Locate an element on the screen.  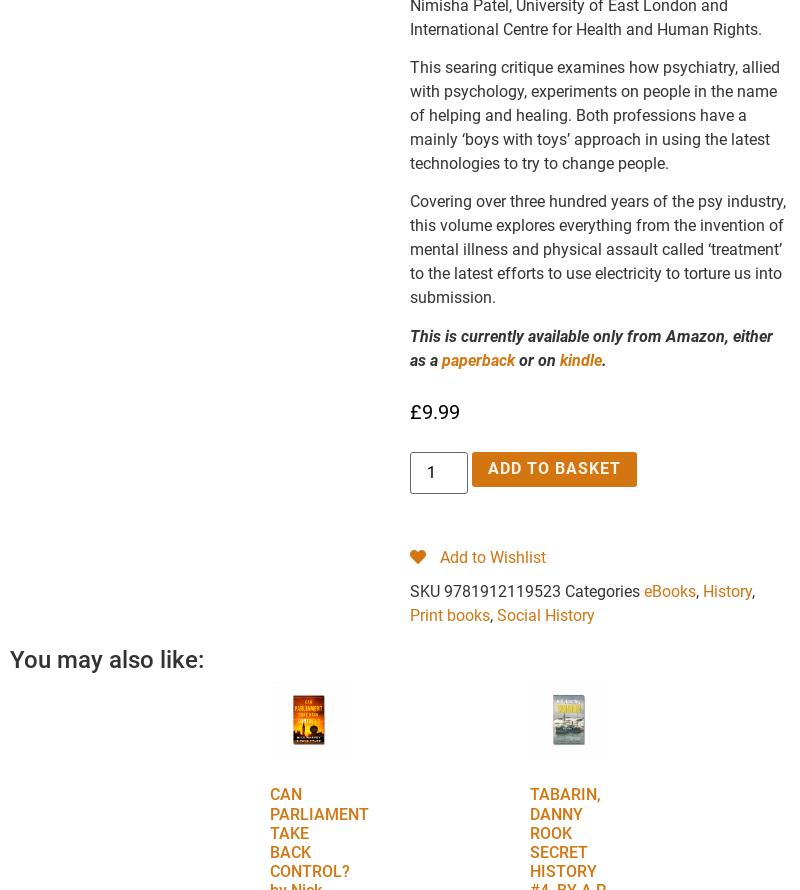
'kindle' is located at coordinates (579, 359).